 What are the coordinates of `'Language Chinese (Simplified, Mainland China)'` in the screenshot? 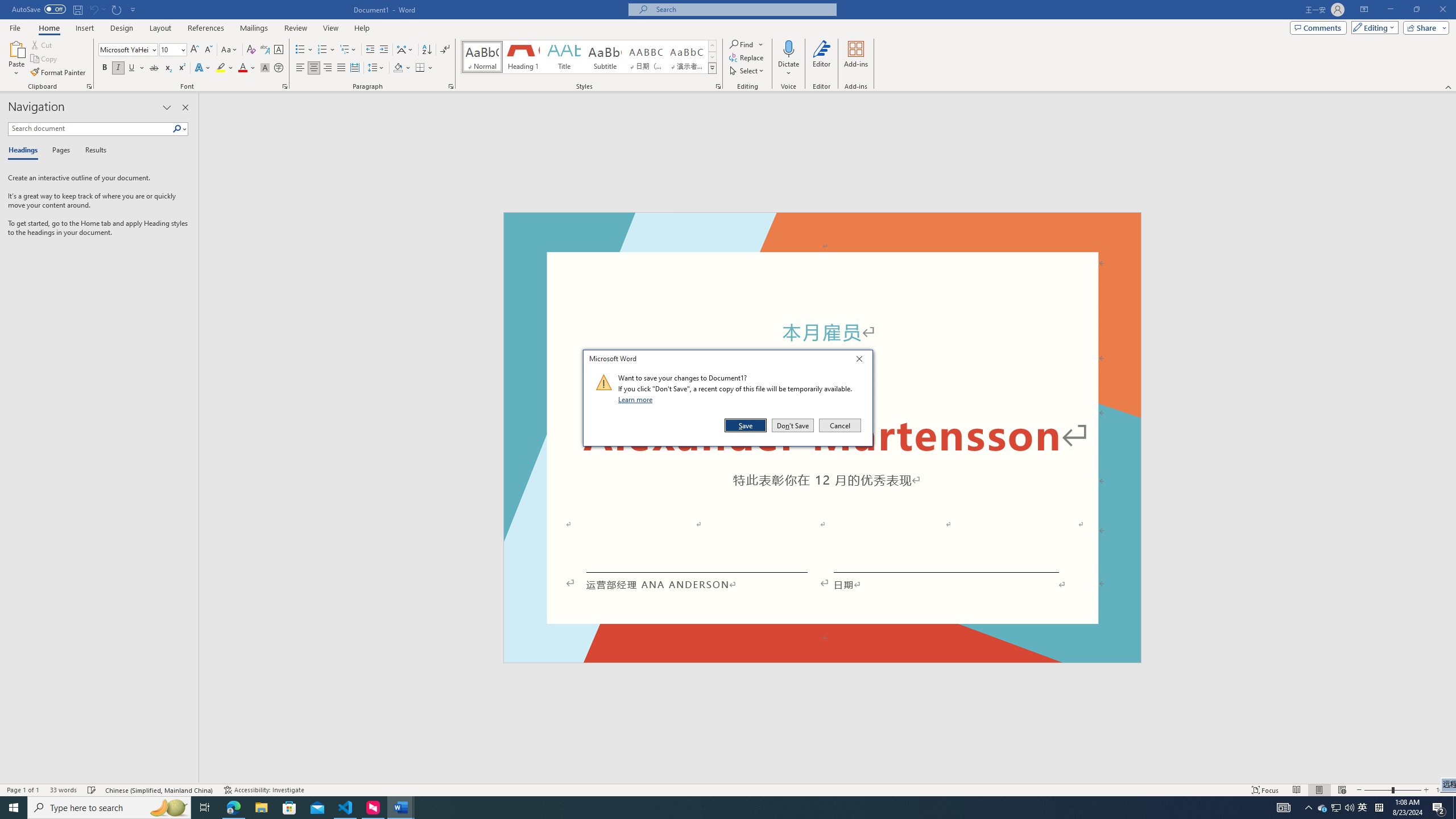 It's located at (160, 790).